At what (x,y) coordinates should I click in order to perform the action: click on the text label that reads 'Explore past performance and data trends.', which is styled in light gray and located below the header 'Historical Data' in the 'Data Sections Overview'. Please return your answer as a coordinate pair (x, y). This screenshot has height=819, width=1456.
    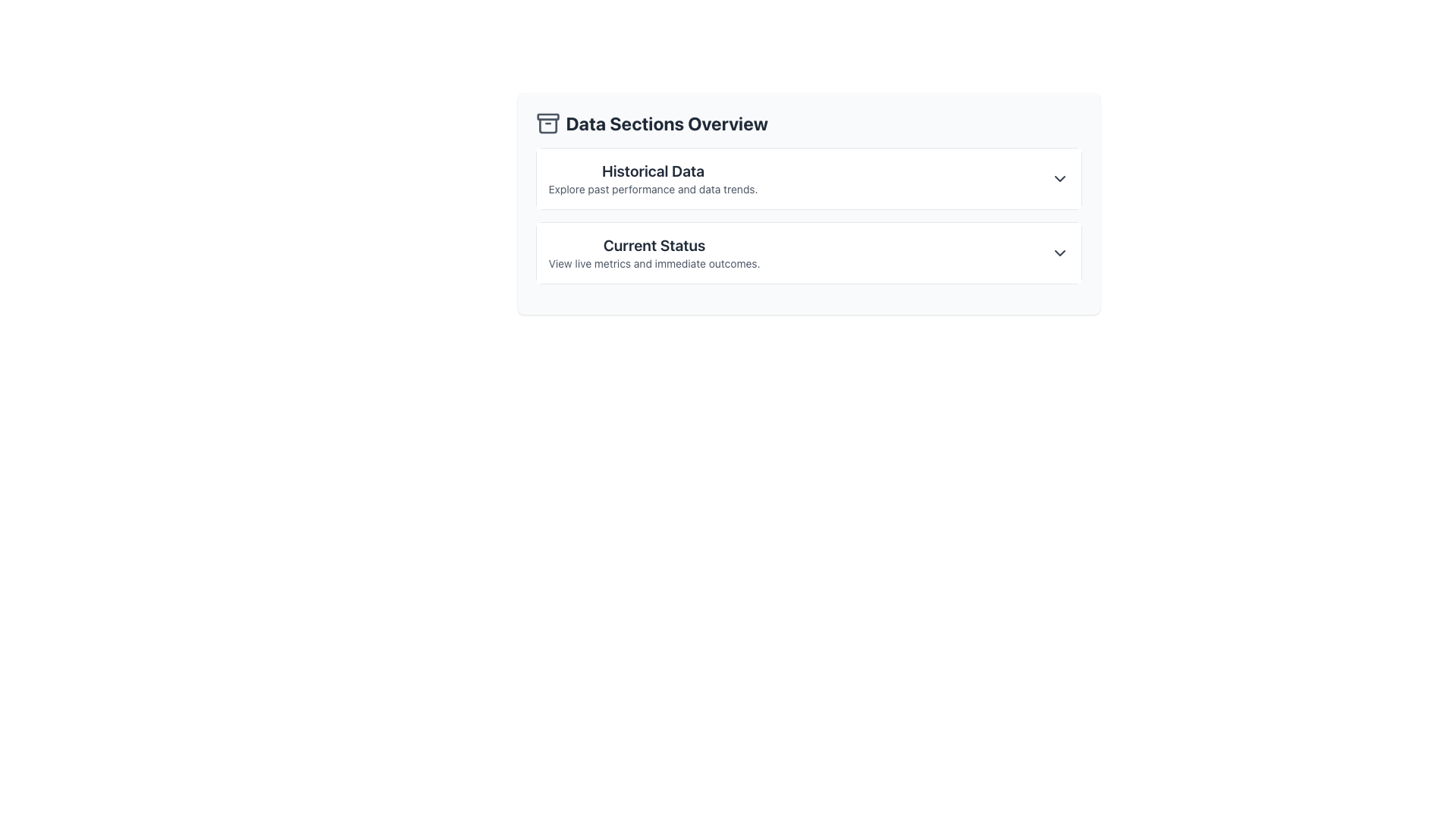
    Looking at the image, I should click on (653, 189).